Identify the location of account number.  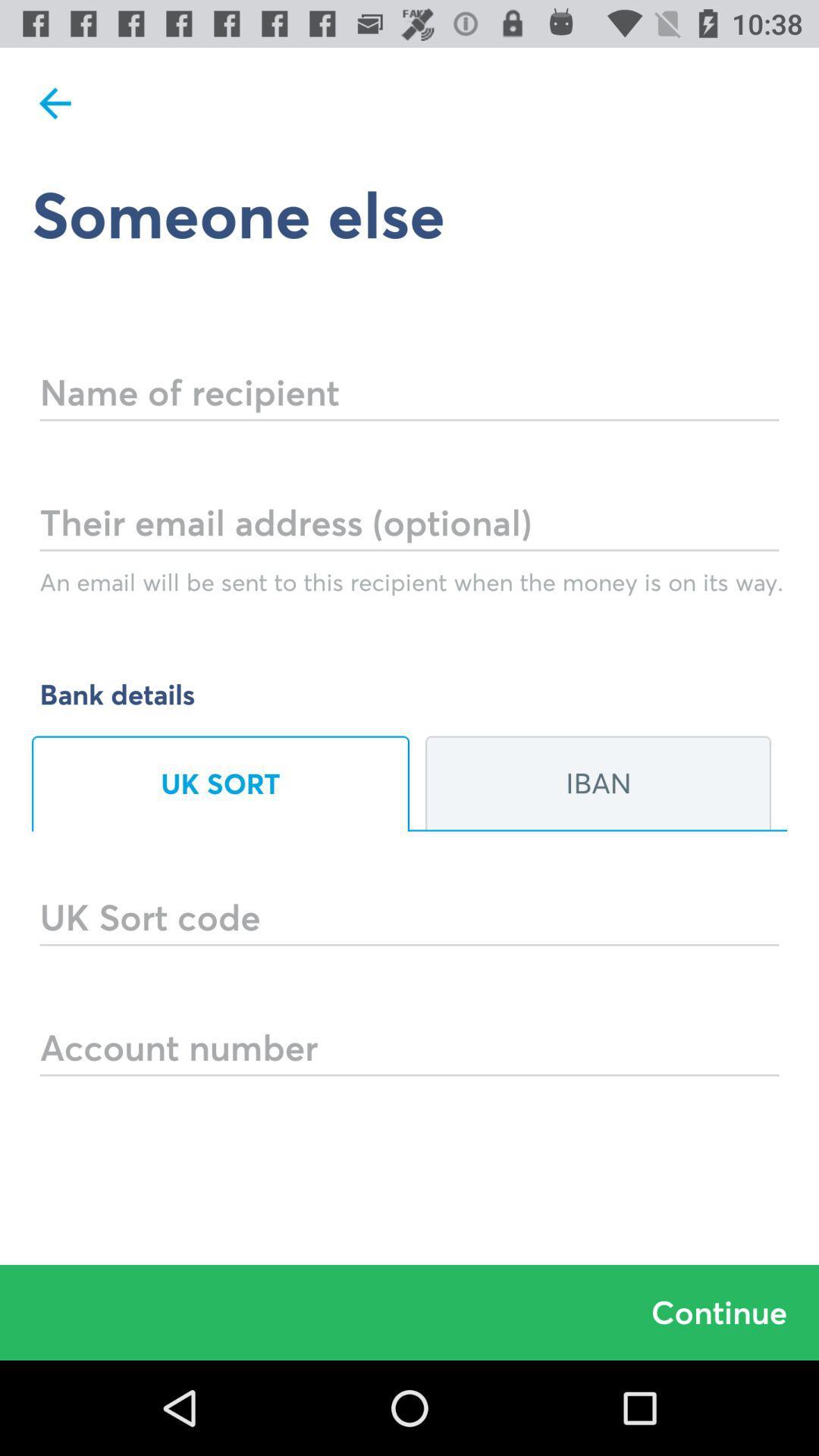
(409, 1026).